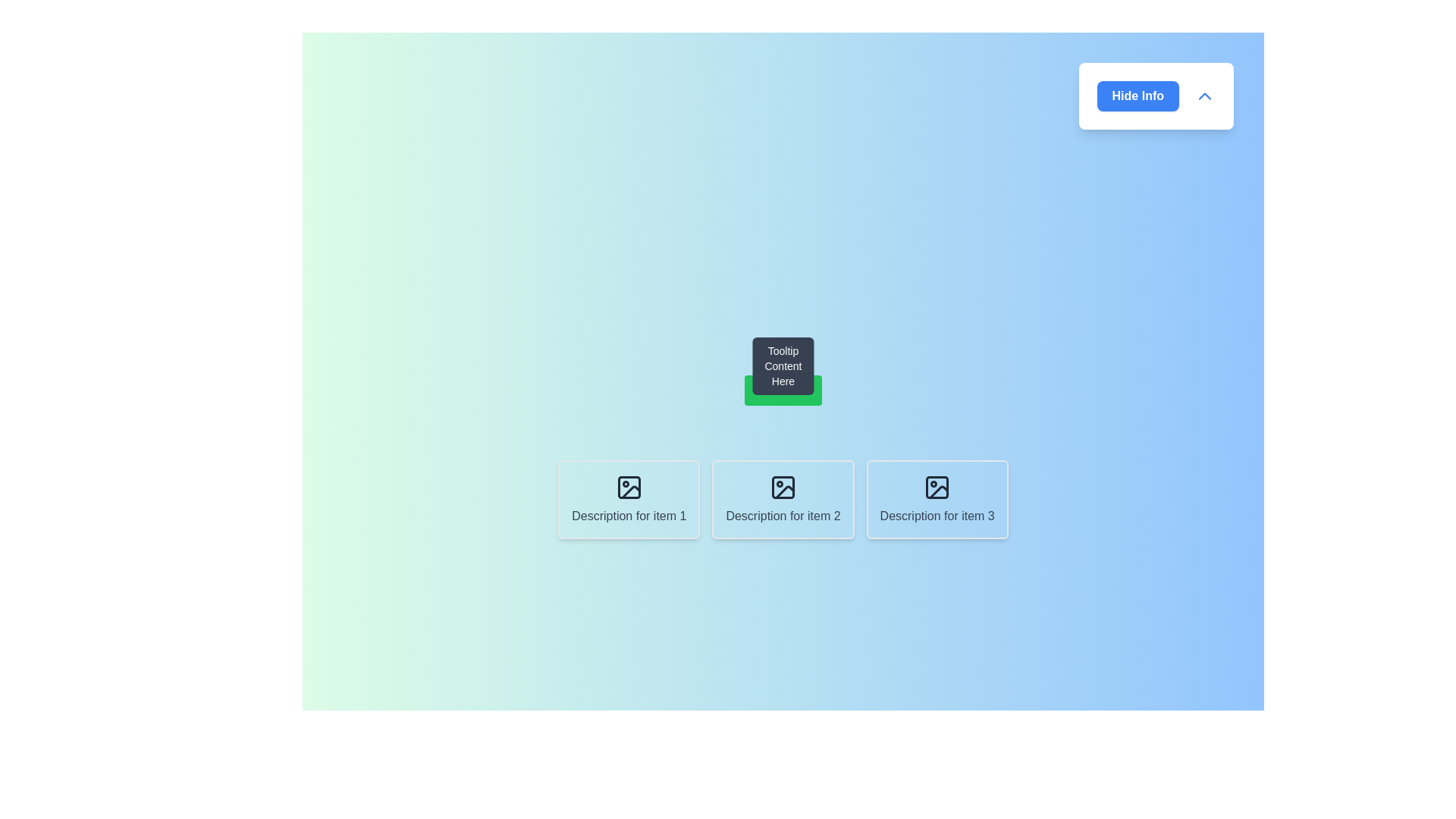  Describe the element at coordinates (783, 516) in the screenshot. I see `the text label reading 'Description for item 2', which is styled in a smaller, muted gray font and positioned below an image icon in a card-like structure` at that location.